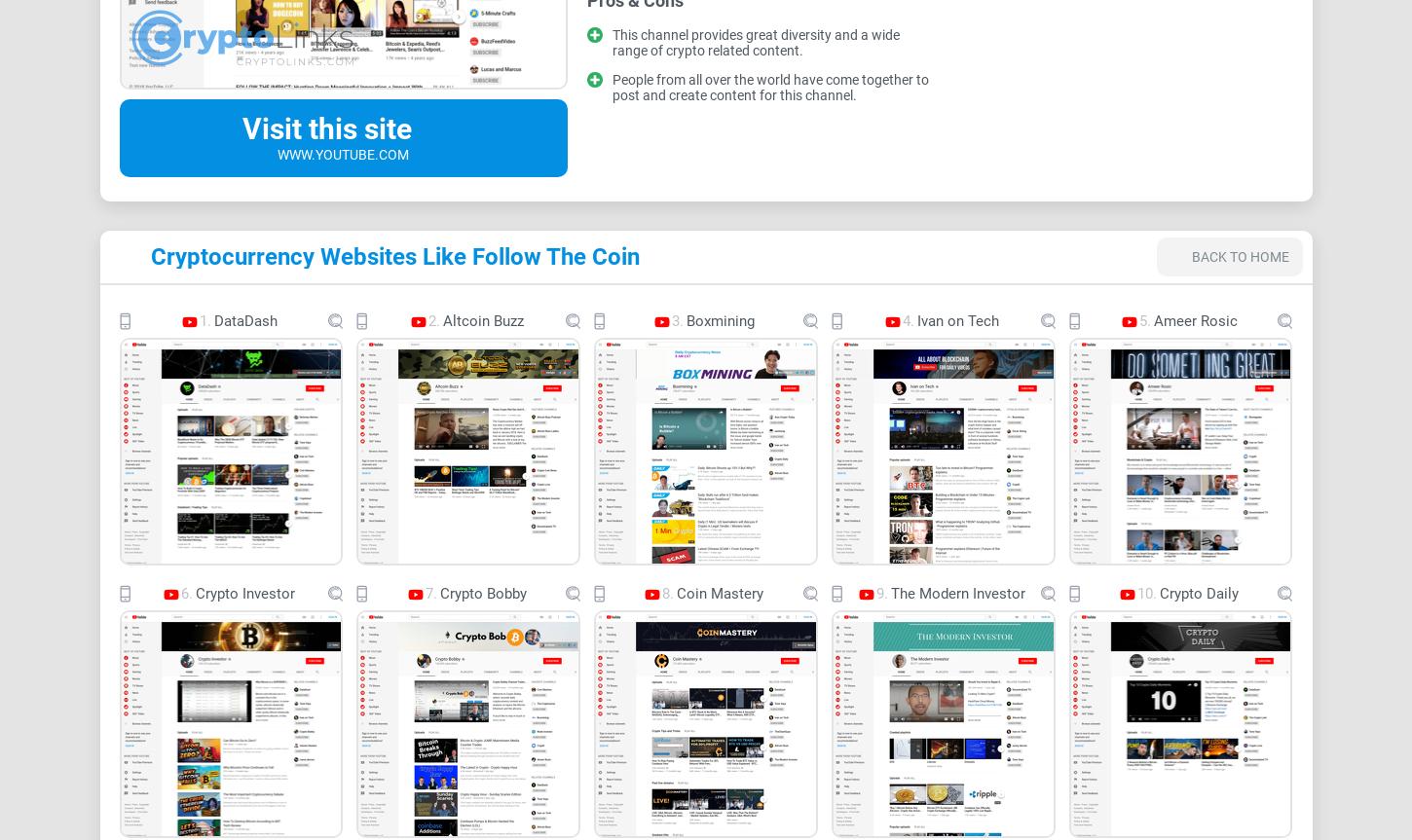 Image resolution: width=1412 pixels, height=840 pixels. Describe the element at coordinates (245, 592) in the screenshot. I see `'Crypto Investor'` at that location.